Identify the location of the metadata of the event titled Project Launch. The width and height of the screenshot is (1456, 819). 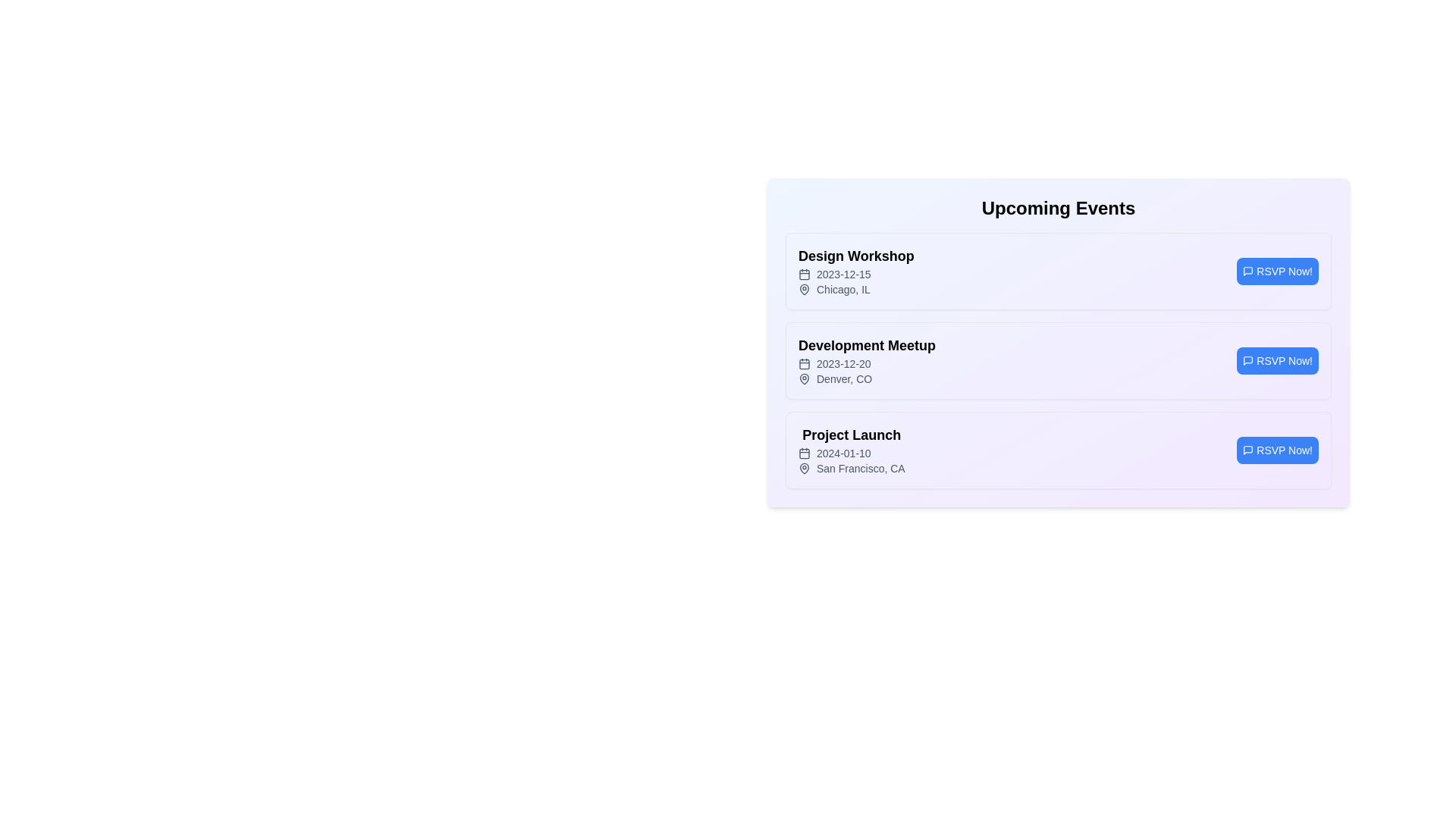
(852, 435).